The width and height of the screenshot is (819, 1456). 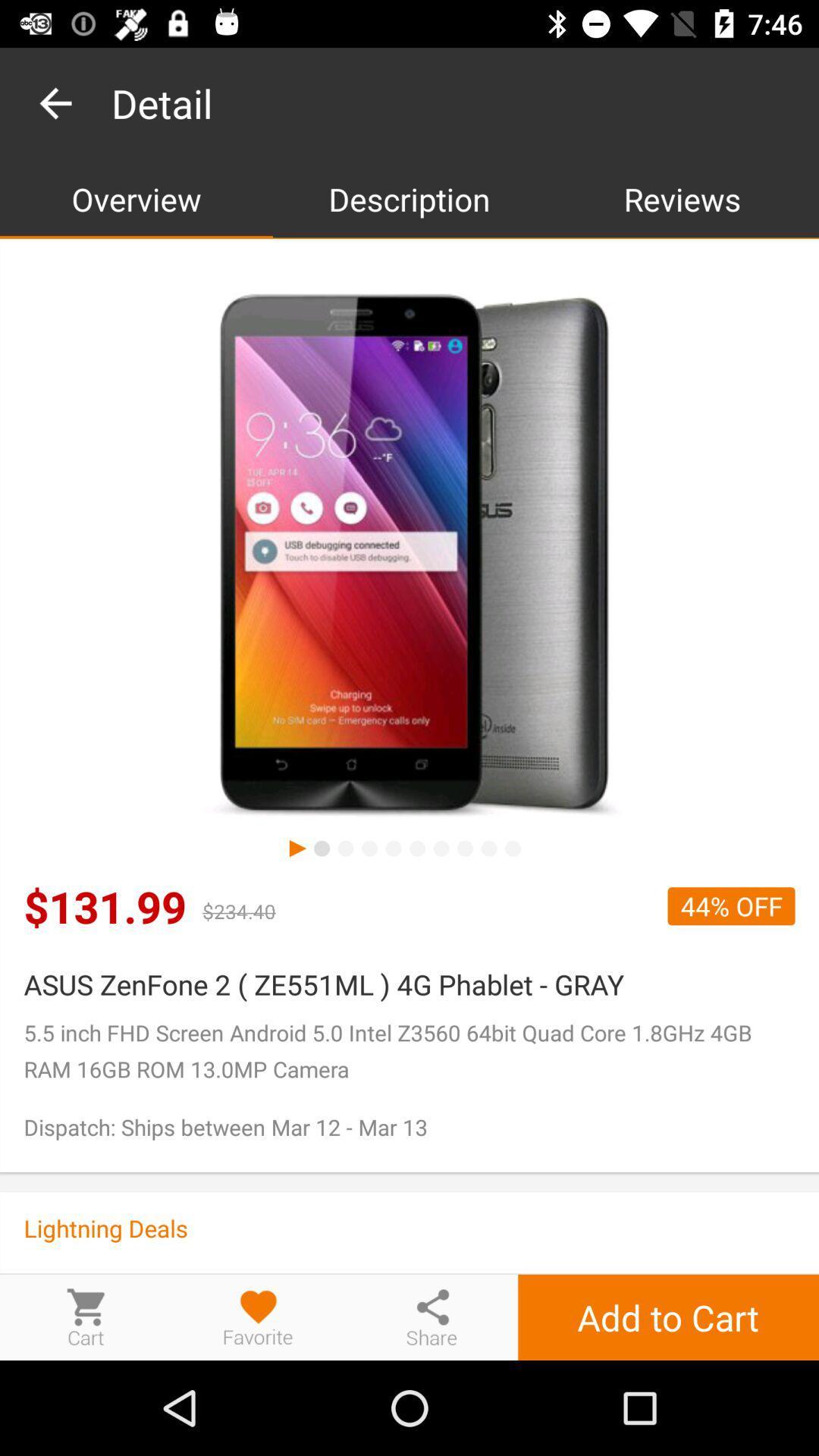 What do you see at coordinates (409, 198) in the screenshot?
I see `the item next to reviews app` at bounding box center [409, 198].